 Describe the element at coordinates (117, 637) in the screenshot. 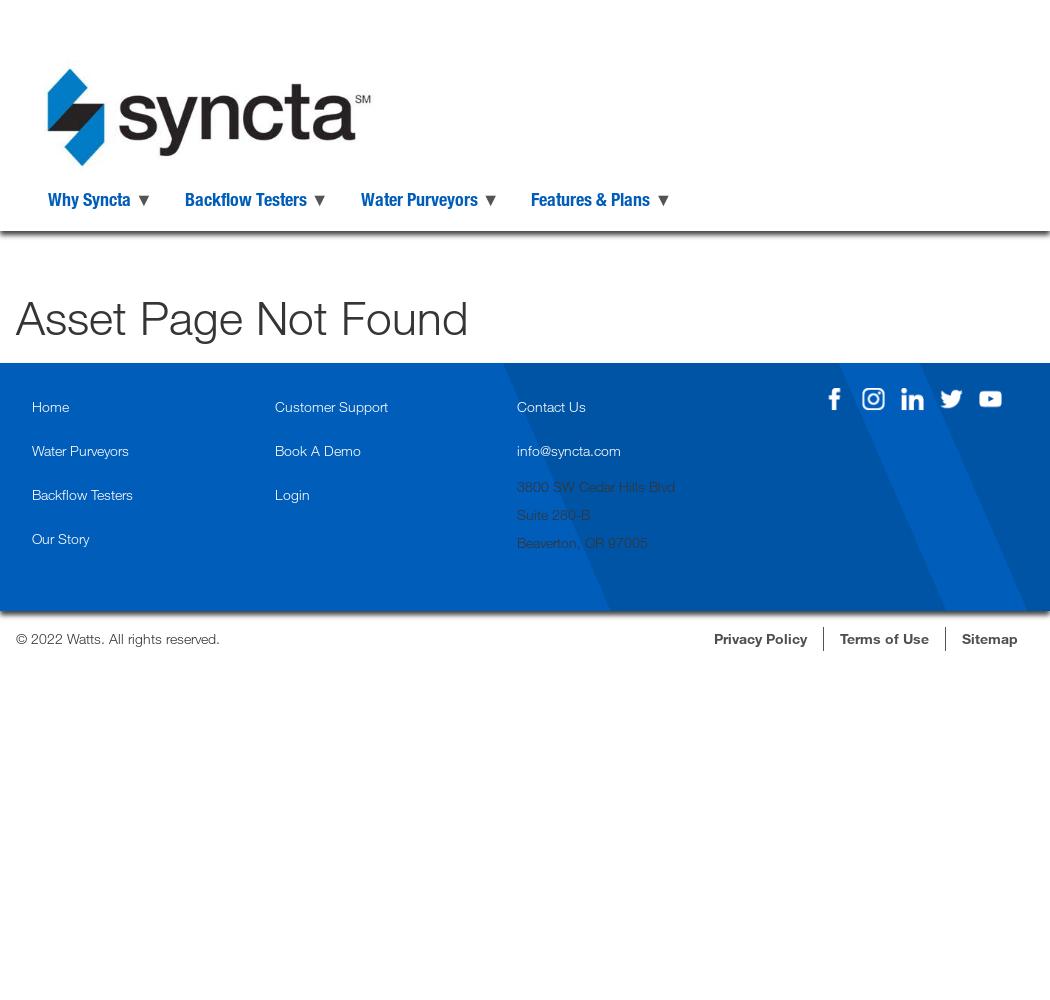

I see `'© 2022 Watts. All rights reserved.'` at that location.